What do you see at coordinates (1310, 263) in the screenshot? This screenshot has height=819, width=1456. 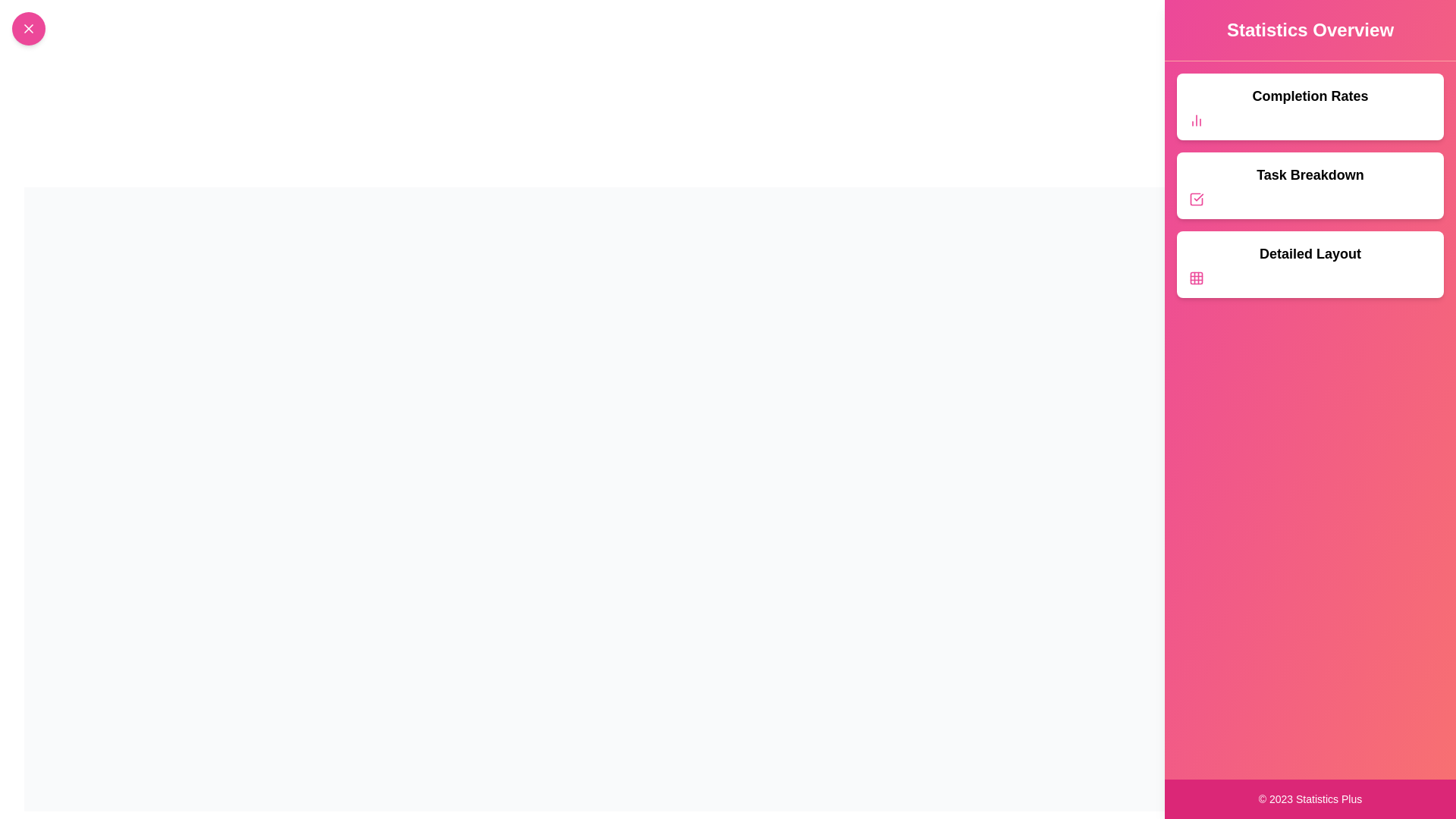 I see `the 'Detailed Layout' section to interact with it` at bounding box center [1310, 263].